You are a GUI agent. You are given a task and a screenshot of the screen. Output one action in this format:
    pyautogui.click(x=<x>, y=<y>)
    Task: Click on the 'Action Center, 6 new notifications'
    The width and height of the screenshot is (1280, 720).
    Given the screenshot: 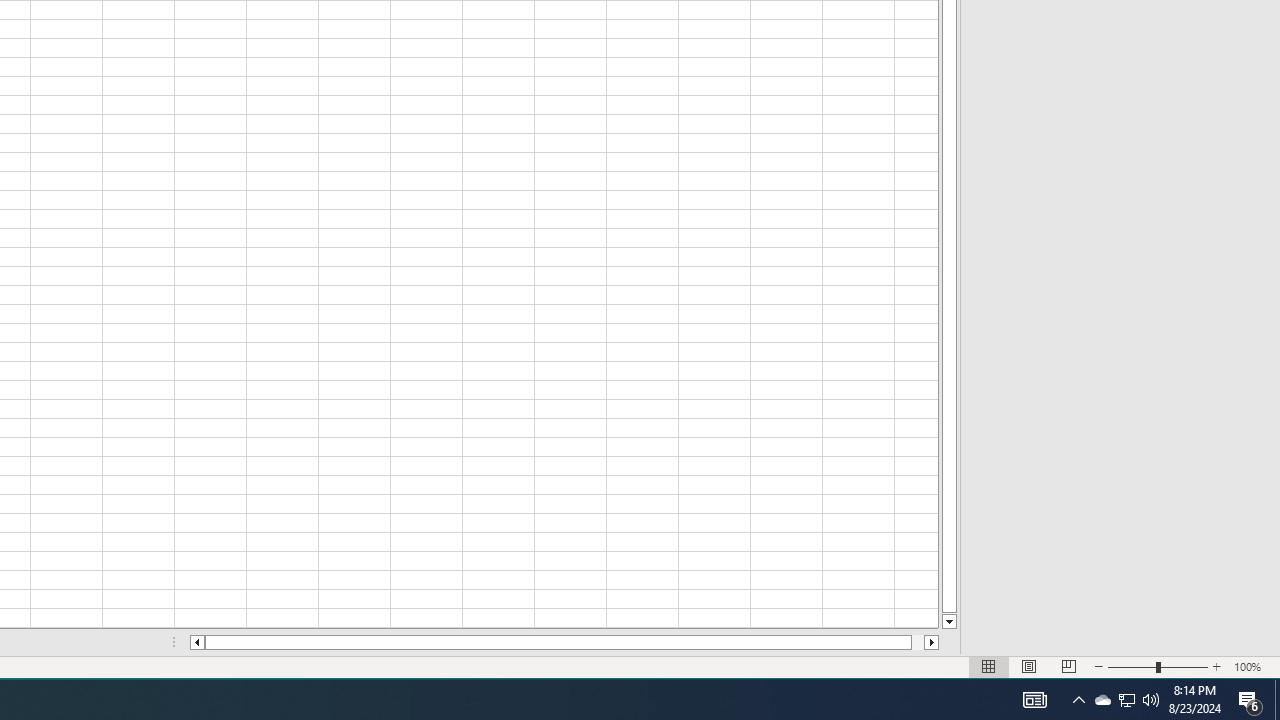 What is the action you would take?
    pyautogui.click(x=1250, y=698)
    